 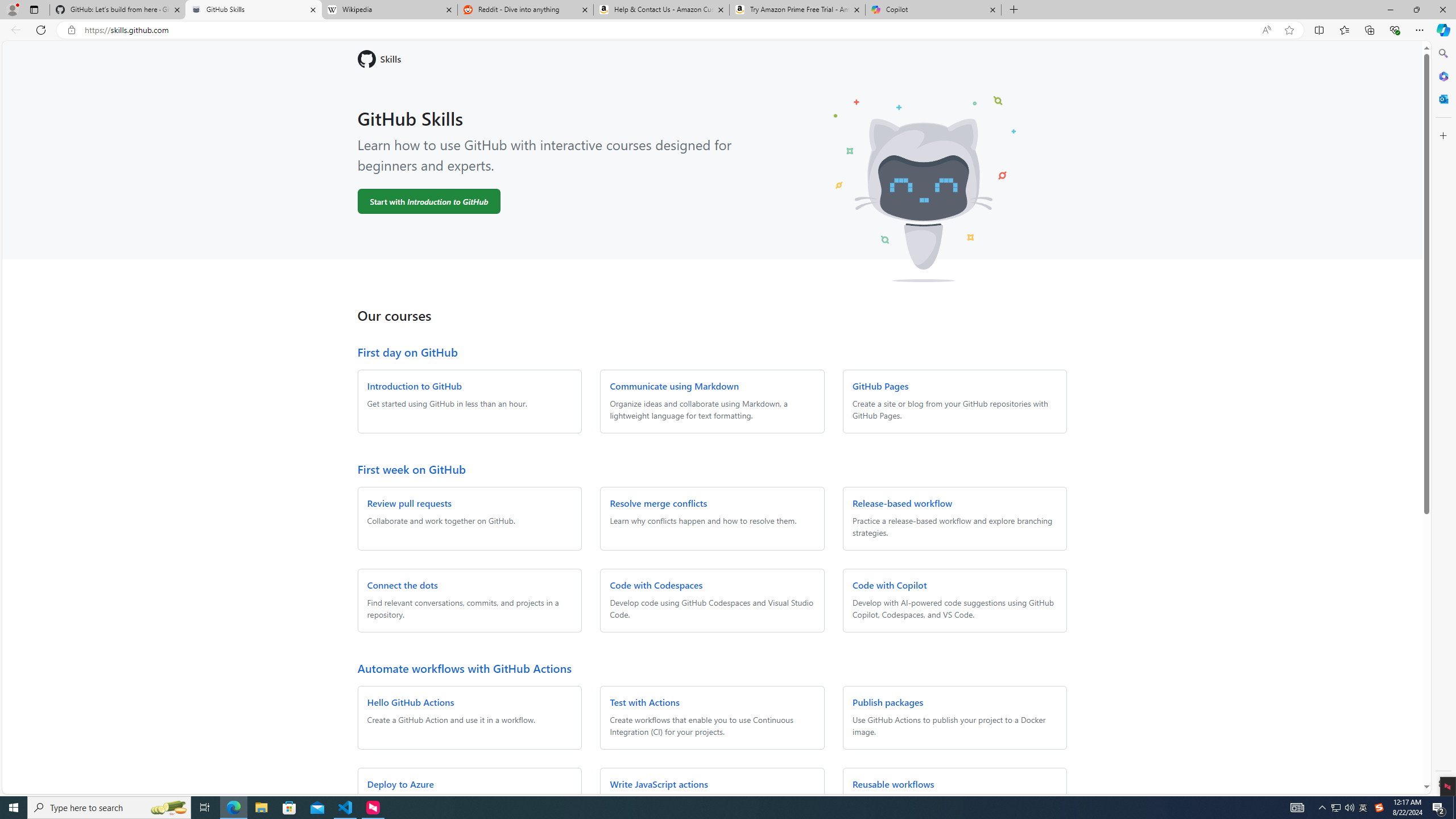 What do you see at coordinates (411, 468) in the screenshot?
I see `'First week on GitHub'` at bounding box center [411, 468].